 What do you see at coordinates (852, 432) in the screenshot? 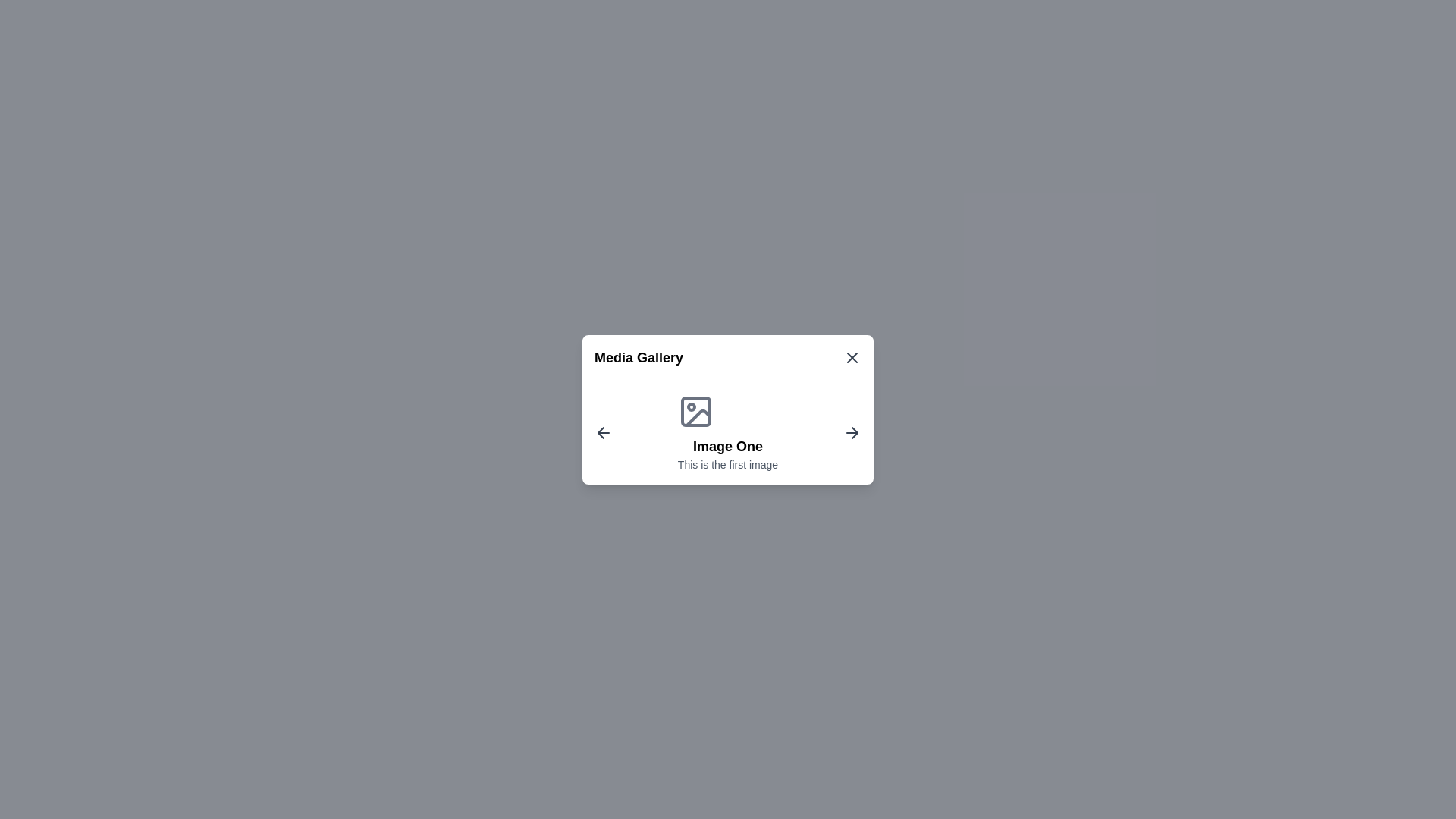
I see `the navigation button in the 'Media Gallery' popup to move to the next image` at bounding box center [852, 432].